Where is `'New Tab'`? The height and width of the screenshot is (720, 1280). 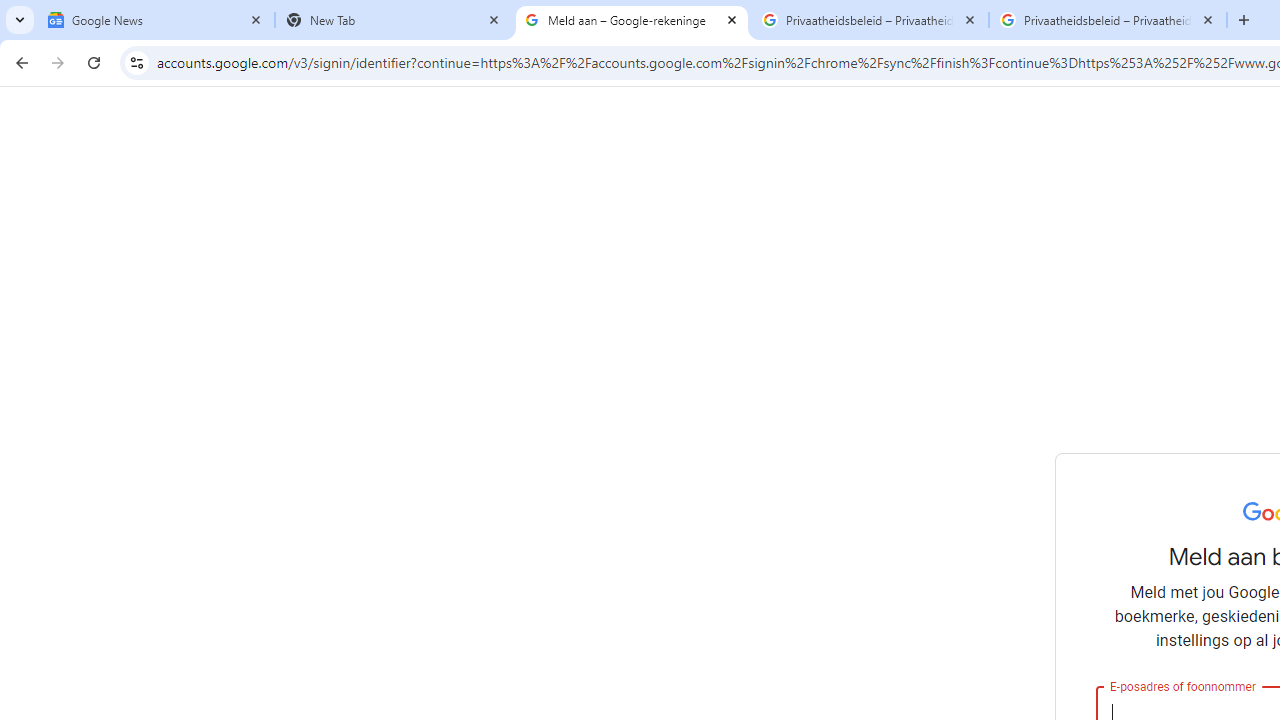
'New Tab' is located at coordinates (394, 20).